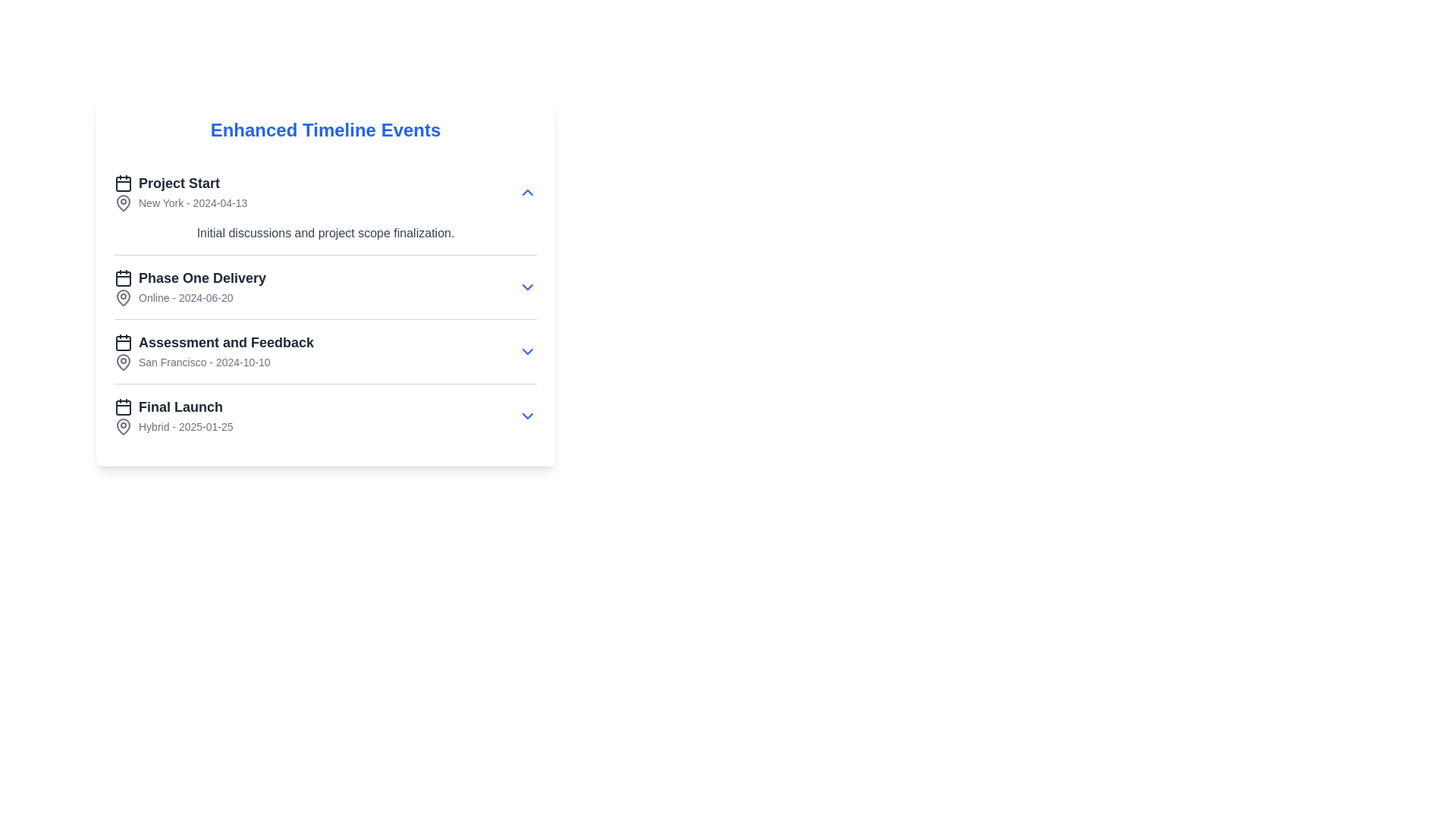 Image resolution: width=1456 pixels, height=819 pixels. Describe the element at coordinates (190, 298) in the screenshot. I see `the static text displaying 'Online - 2024-06-20' with a map pin icon, located in the 'Phase One Delivery' section` at that location.